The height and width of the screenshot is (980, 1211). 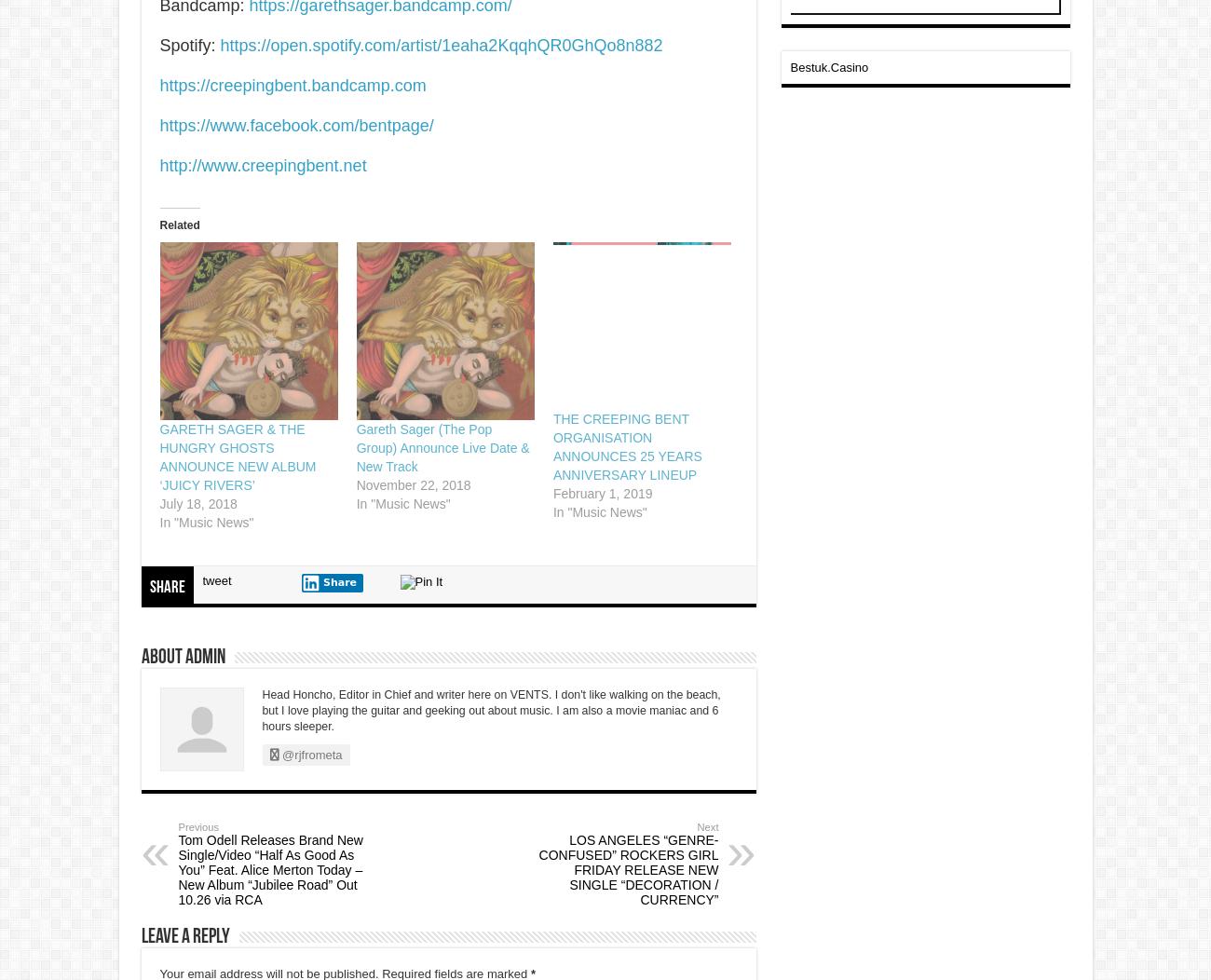 What do you see at coordinates (140, 937) in the screenshot?
I see `'Leave a Reply'` at bounding box center [140, 937].